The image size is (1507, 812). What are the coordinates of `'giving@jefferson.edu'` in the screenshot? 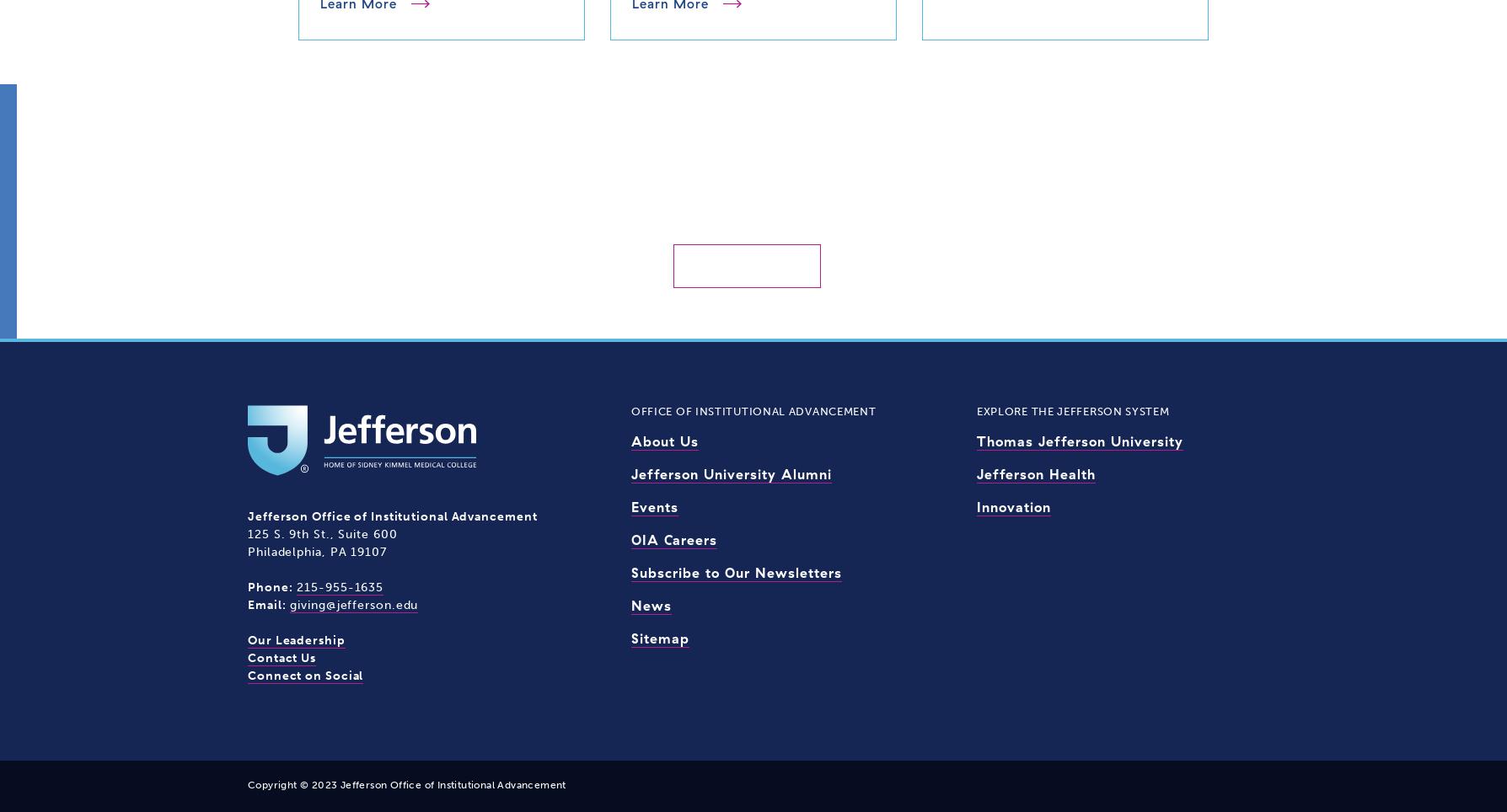 It's located at (353, 604).